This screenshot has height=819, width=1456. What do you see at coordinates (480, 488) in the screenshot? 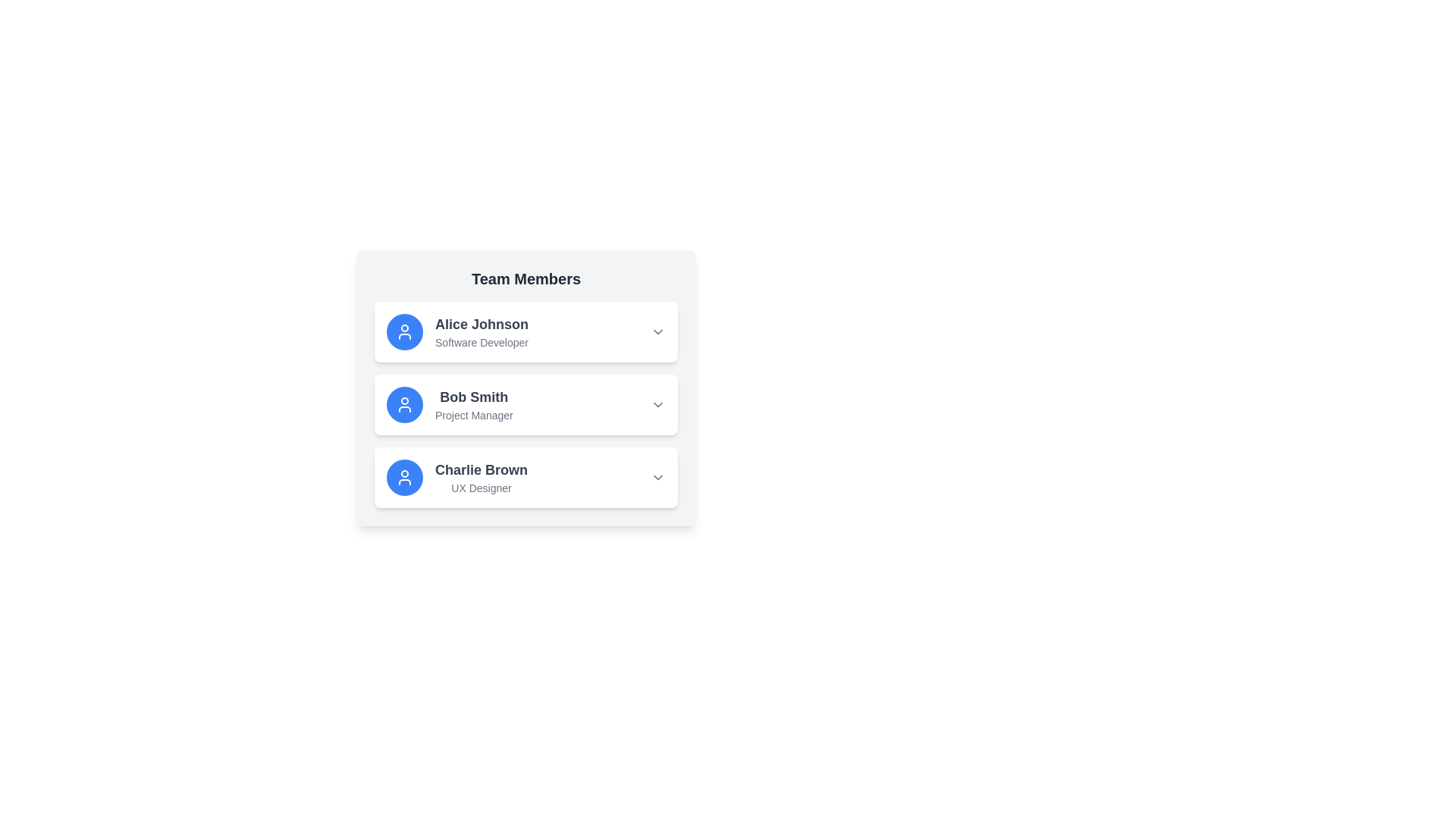
I see `text content of the 'UX Designer' label, which is a small-sized gray text positioned beneath 'Charlie Brown' in the Team Members list` at bounding box center [480, 488].